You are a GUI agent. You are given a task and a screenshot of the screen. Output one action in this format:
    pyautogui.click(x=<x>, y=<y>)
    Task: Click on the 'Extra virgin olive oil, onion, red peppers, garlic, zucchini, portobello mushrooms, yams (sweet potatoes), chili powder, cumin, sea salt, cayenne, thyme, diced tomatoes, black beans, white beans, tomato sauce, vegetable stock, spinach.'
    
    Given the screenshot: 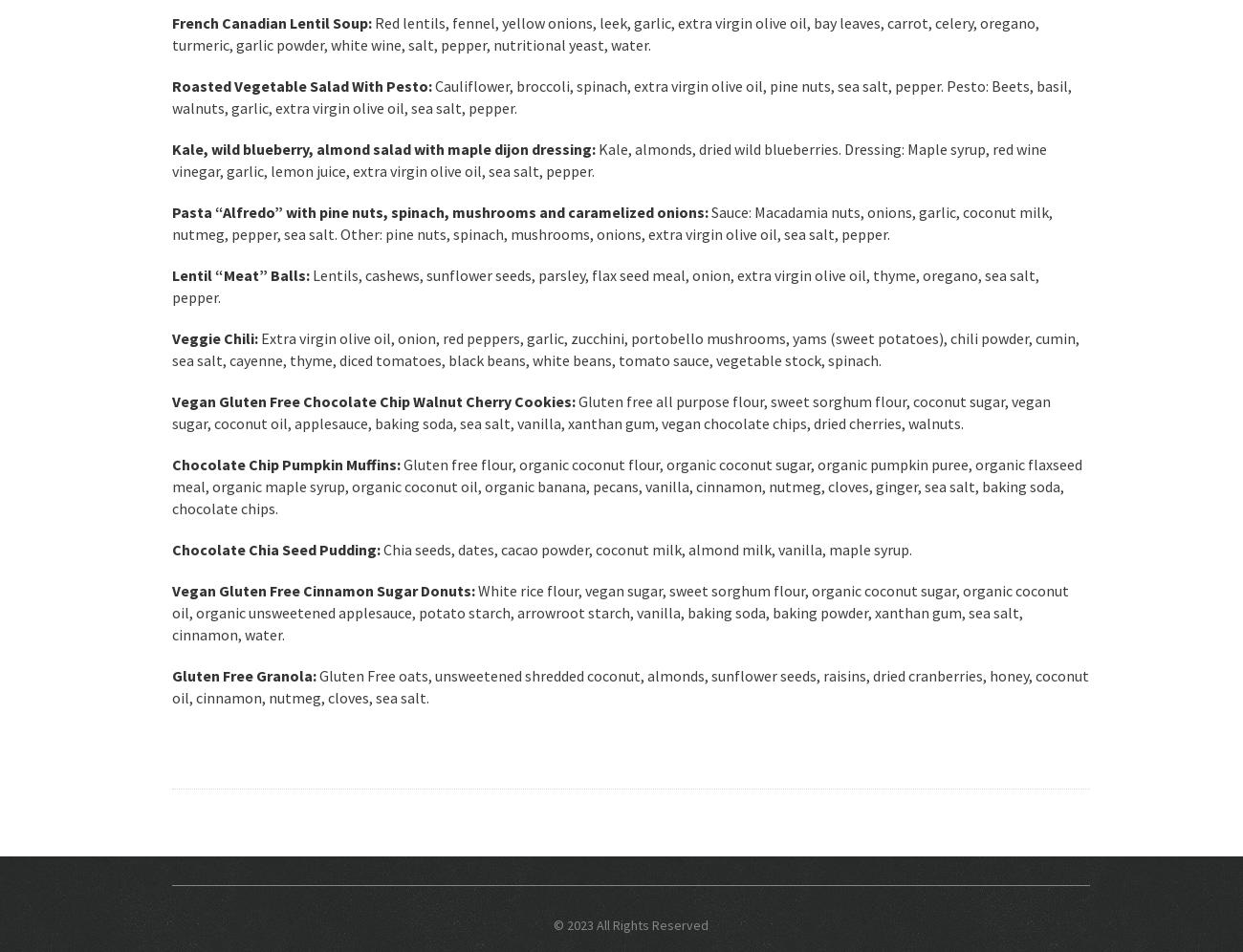 What is the action you would take?
    pyautogui.click(x=624, y=349)
    